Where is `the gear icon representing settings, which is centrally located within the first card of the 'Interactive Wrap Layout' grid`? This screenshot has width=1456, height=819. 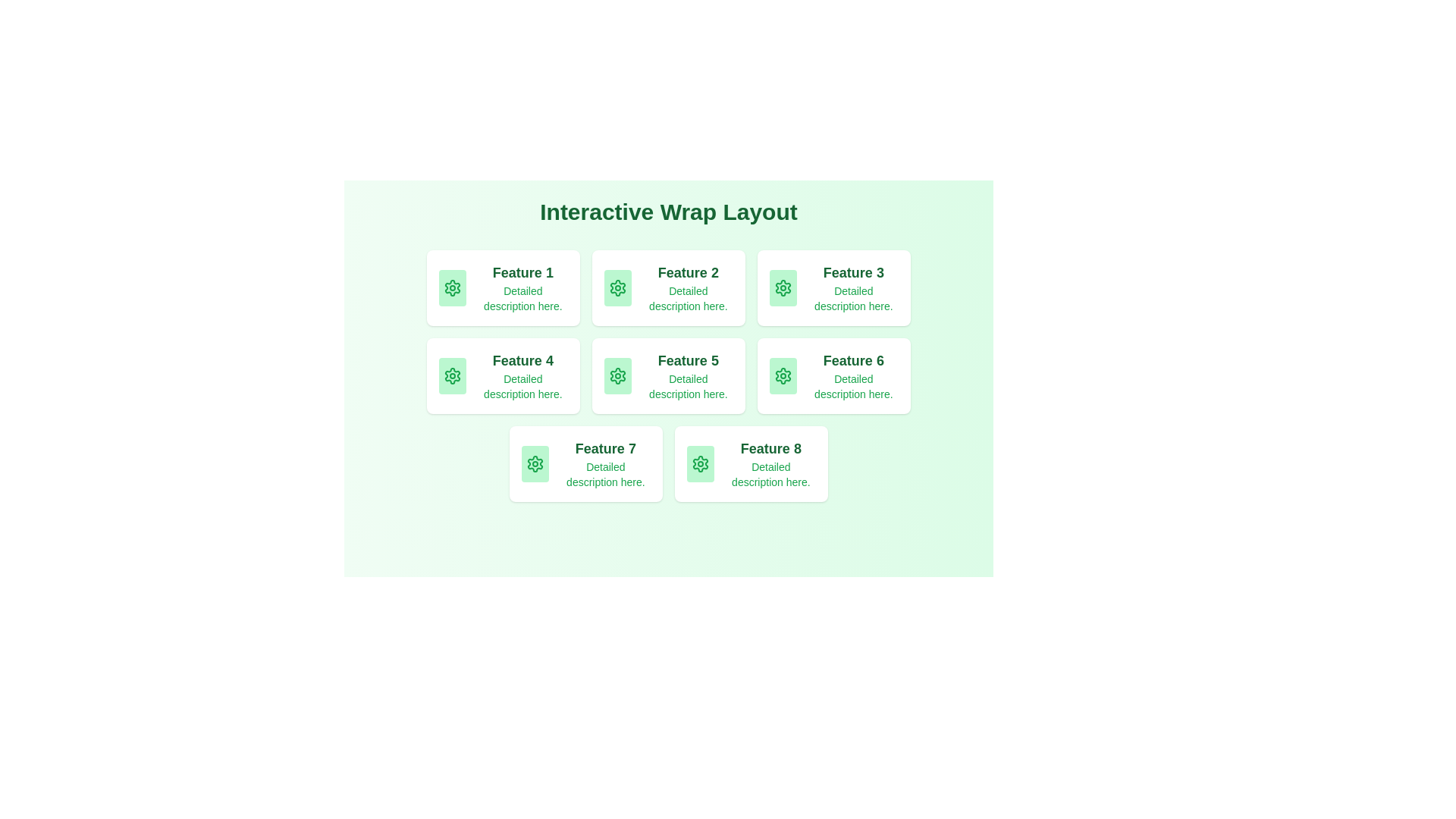 the gear icon representing settings, which is centrally located within the first card of the 'Interactive Wrap Layout' grid is located at coordinates (451, 288).